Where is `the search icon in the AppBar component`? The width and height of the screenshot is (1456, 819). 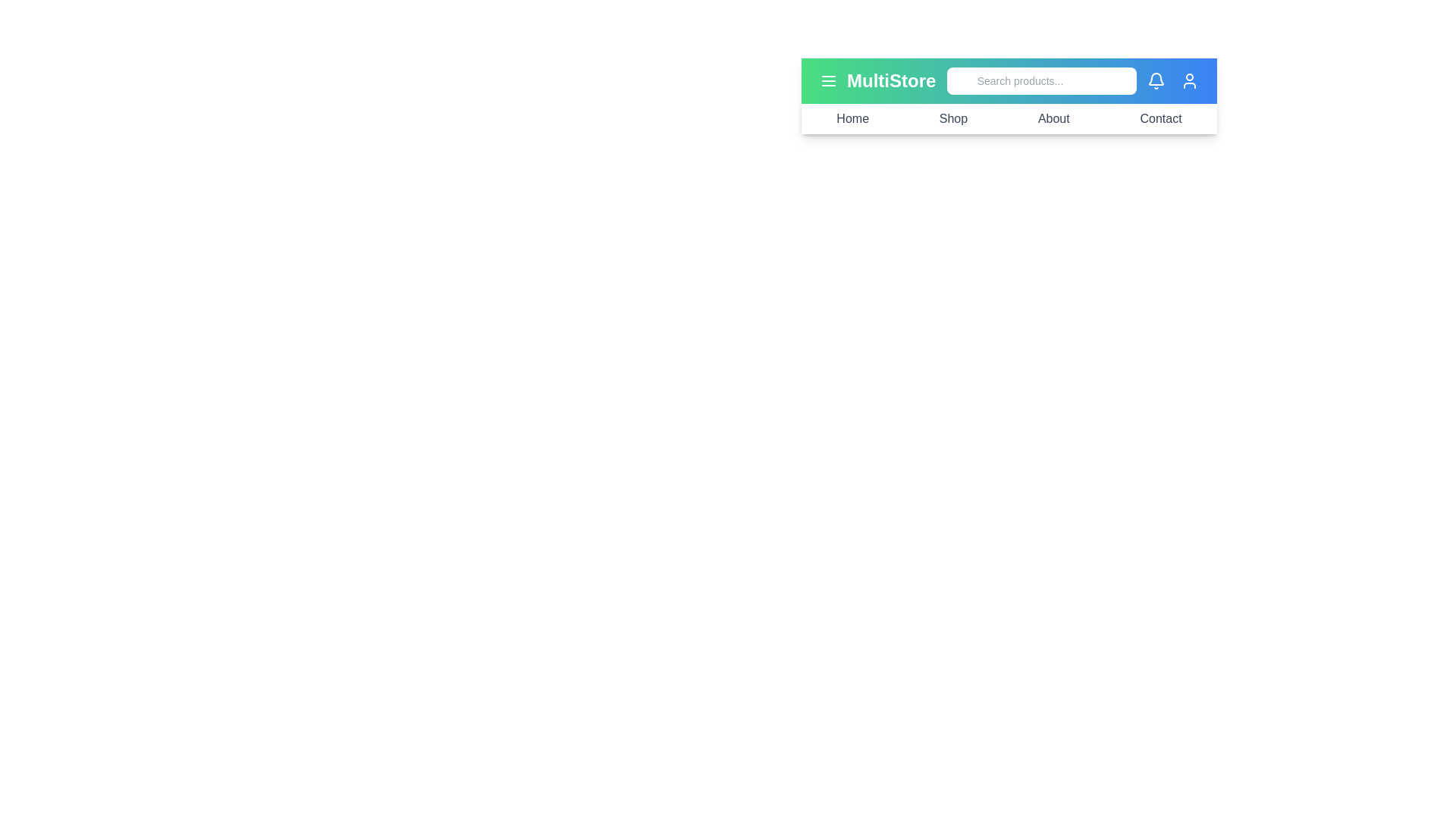 the search icon in the AppBar component is located at coordinates (962, 81).